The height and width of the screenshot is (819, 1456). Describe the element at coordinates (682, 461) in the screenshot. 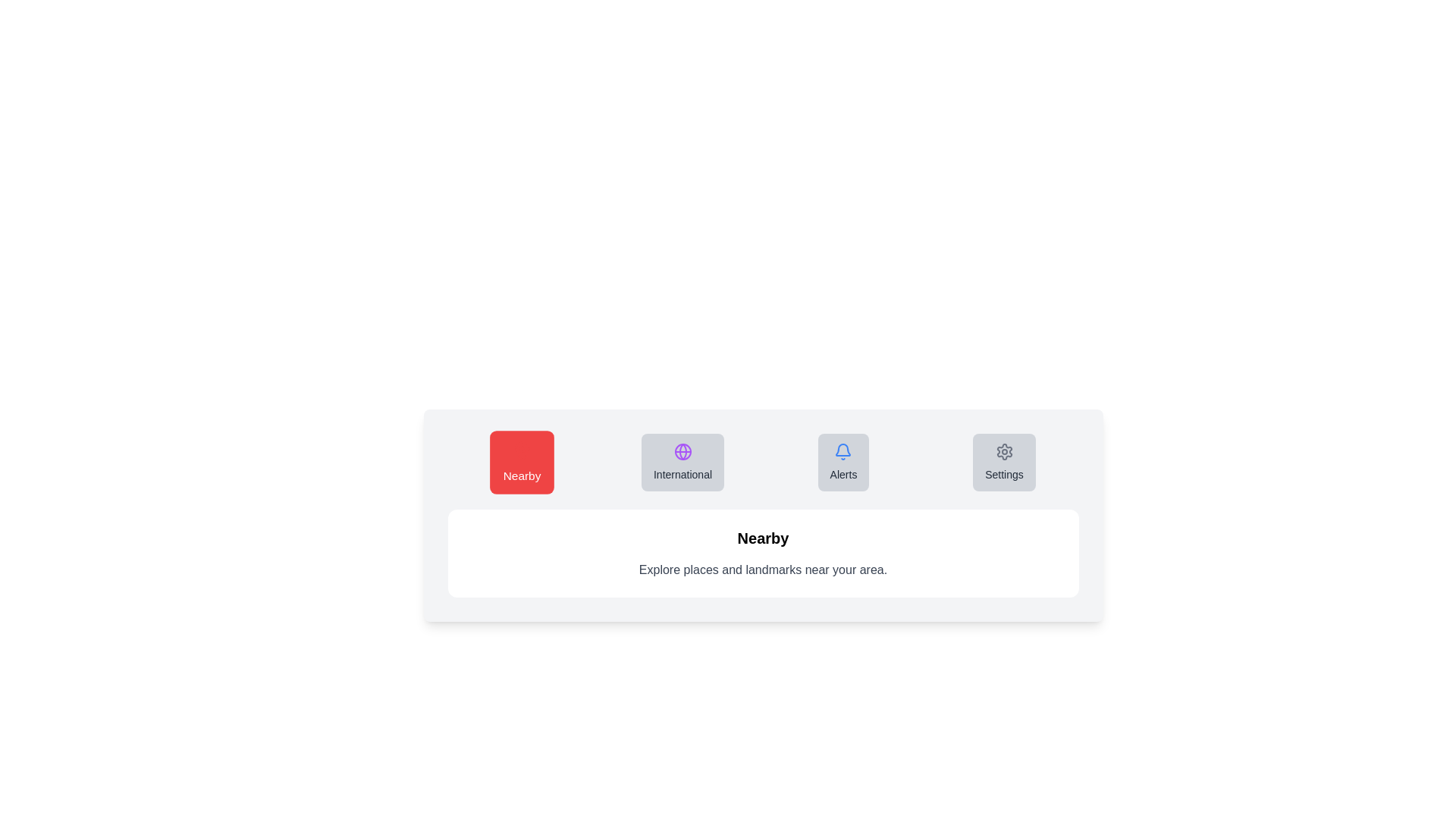

I see `the tab labeled International to observe its hover effect` at that location.